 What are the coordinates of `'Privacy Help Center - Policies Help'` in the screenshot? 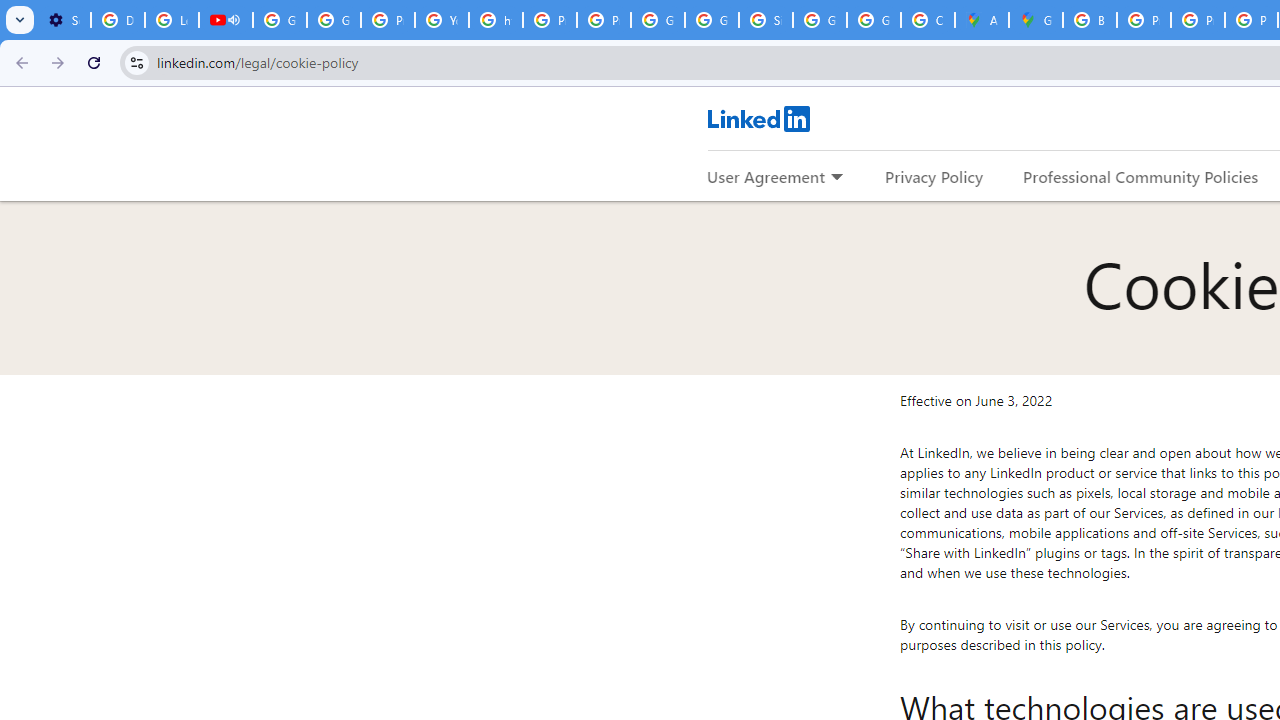 It's located at (1144, 20).